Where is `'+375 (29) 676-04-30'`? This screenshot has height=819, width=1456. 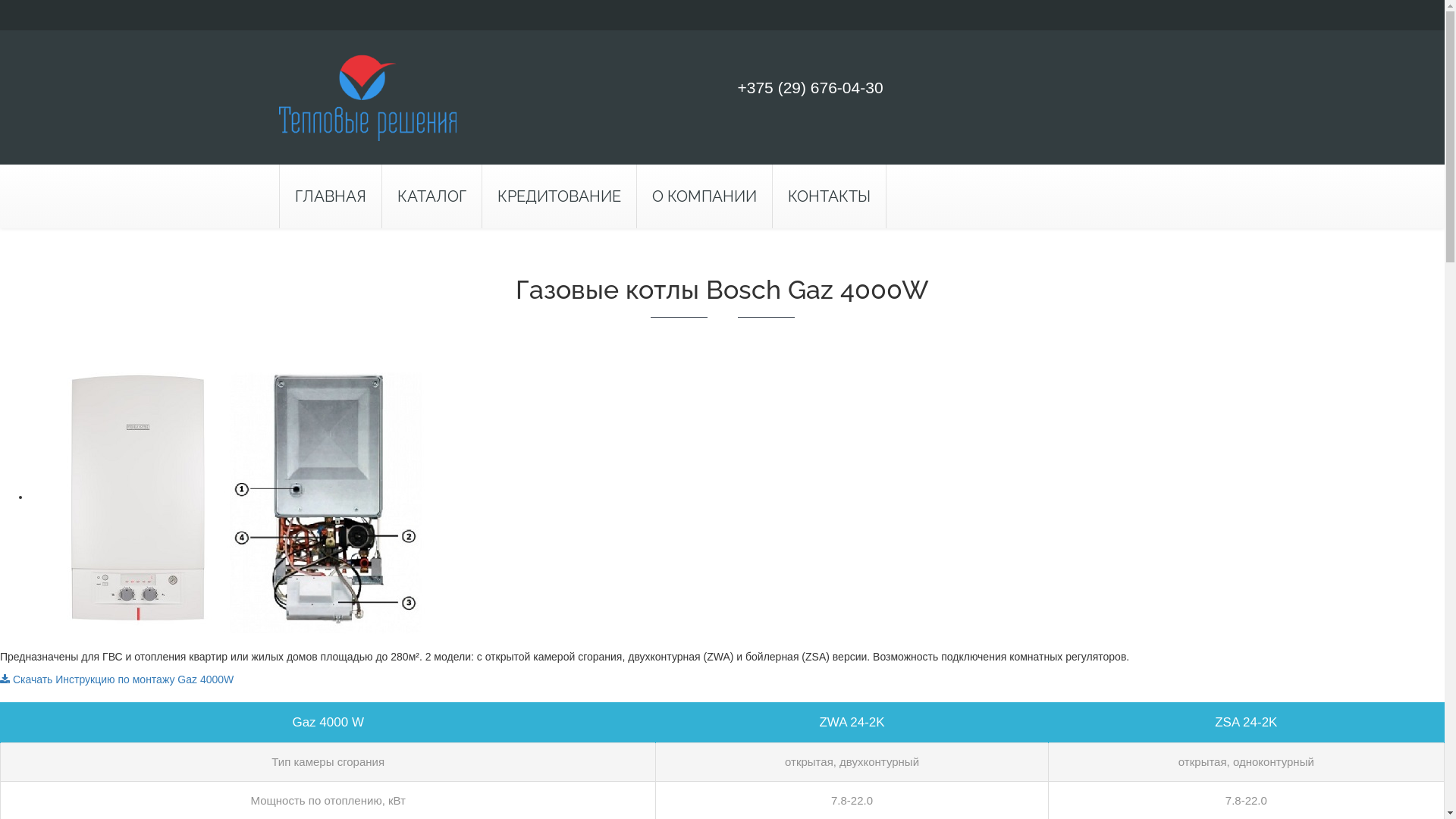
'+375 (29) 676-04-30' is located at coordinates (808, 87).